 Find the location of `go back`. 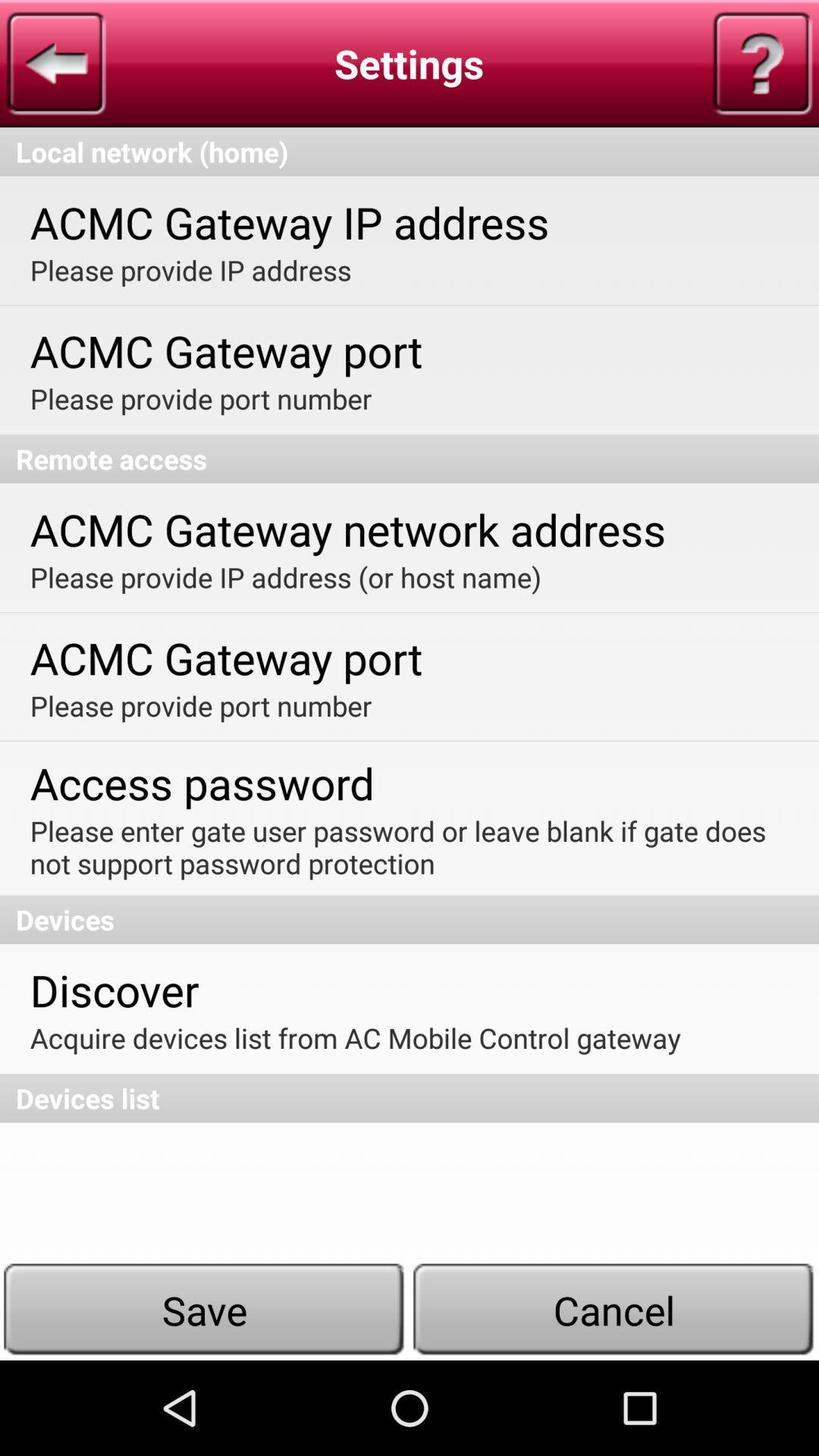

go back is located at coordinates (55, 62).